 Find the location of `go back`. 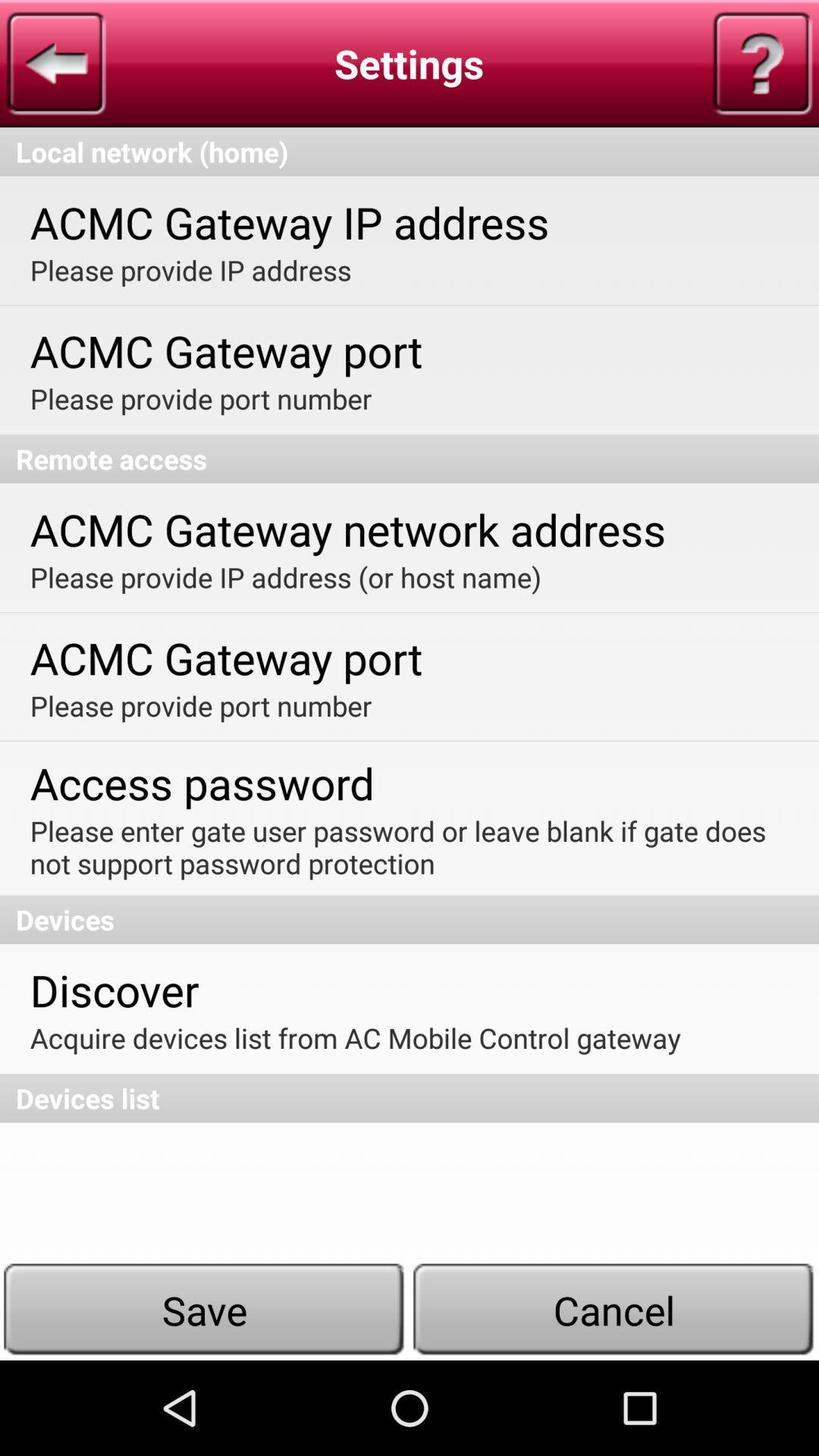

go back is located at coordinates (55, 62).